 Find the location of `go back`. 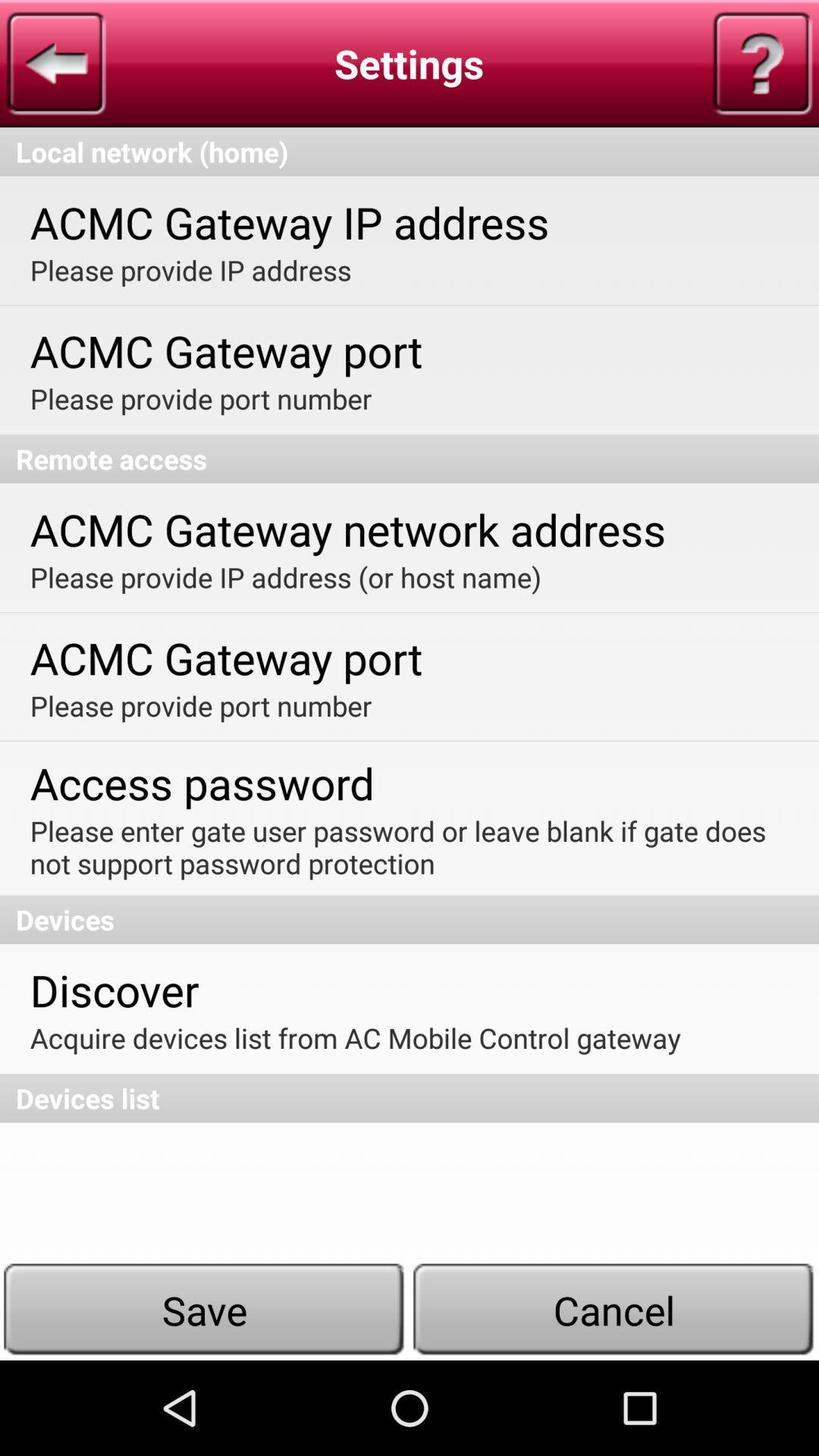

go back is located at coordinates (55, 62).